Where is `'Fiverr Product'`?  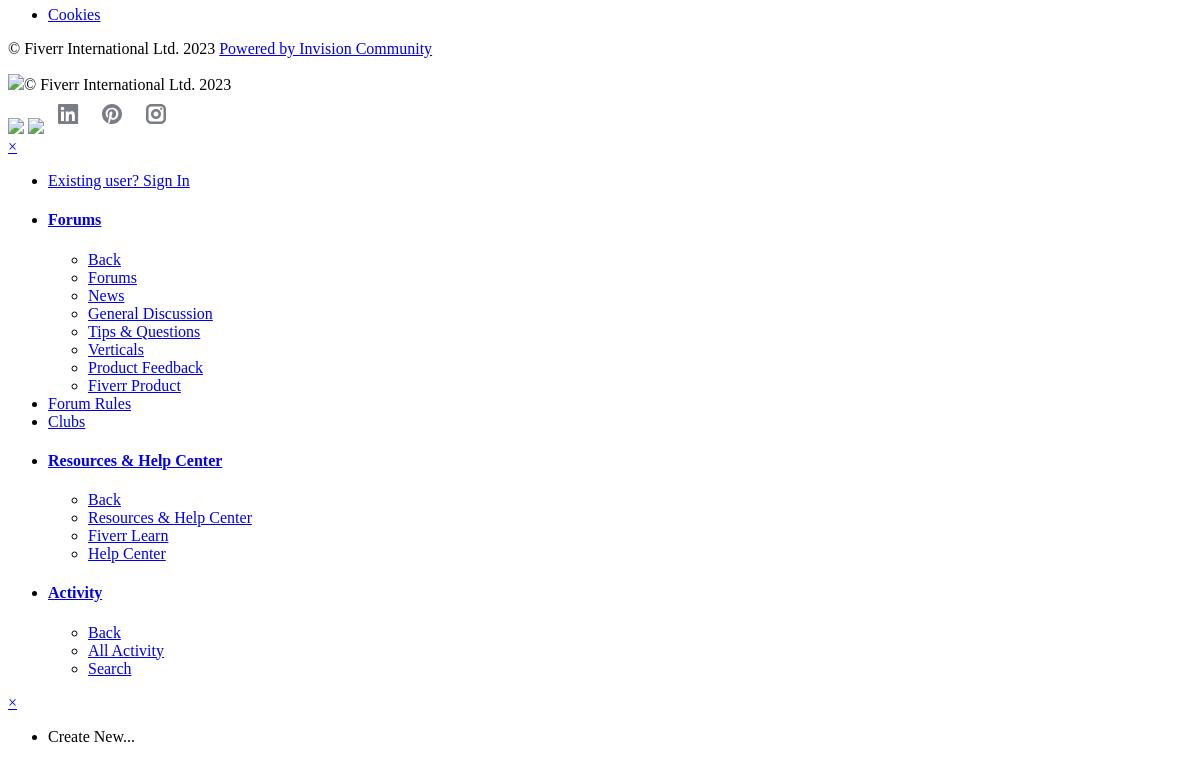
'Fiverr Product' is located at coordinates (134, 384).